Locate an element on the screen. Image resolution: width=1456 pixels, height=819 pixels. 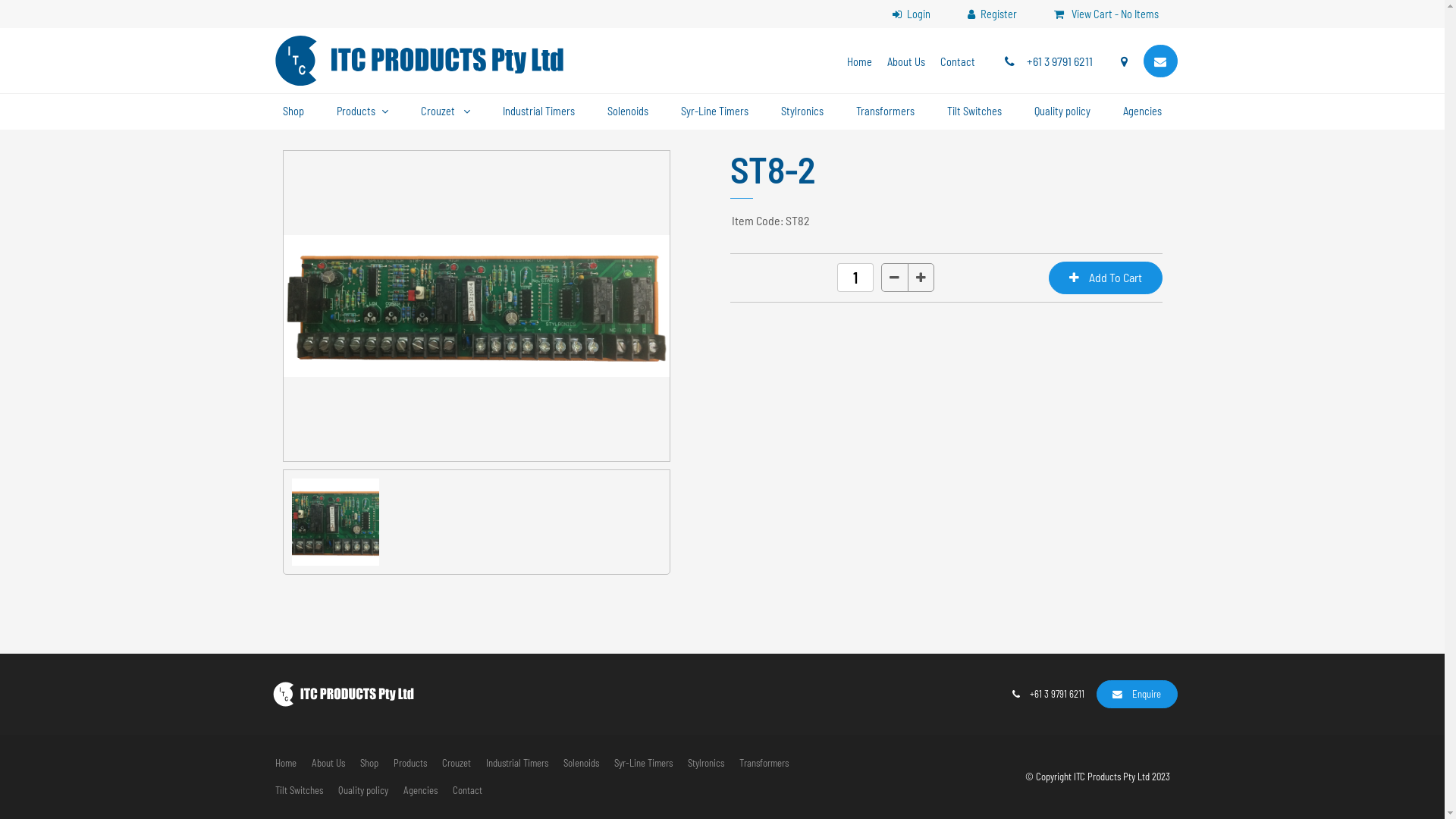
'Shop' is located at coordinates (368, 763).